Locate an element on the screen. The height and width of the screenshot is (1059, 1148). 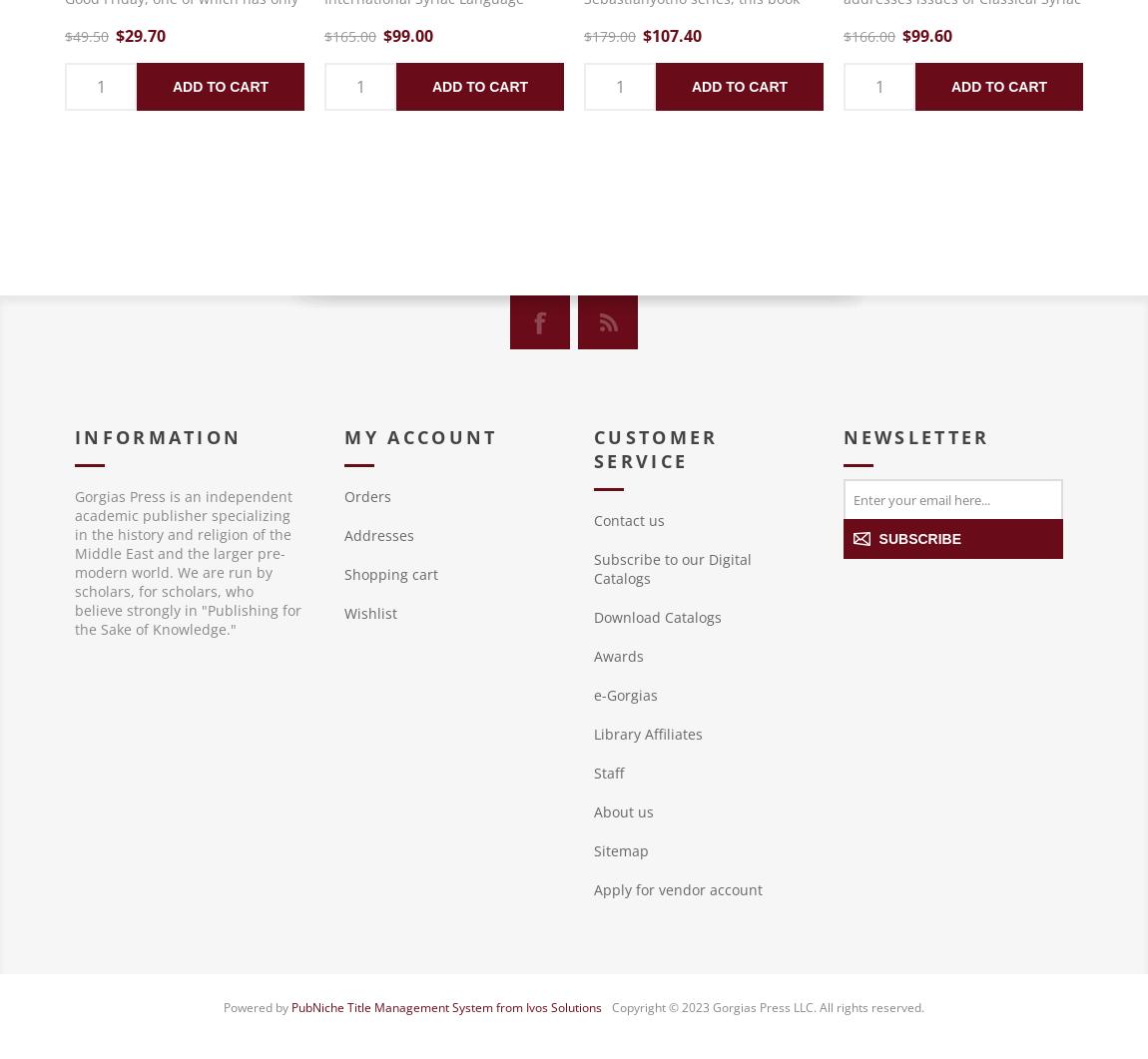
'$49.50' is located at coordinates (86, 36).